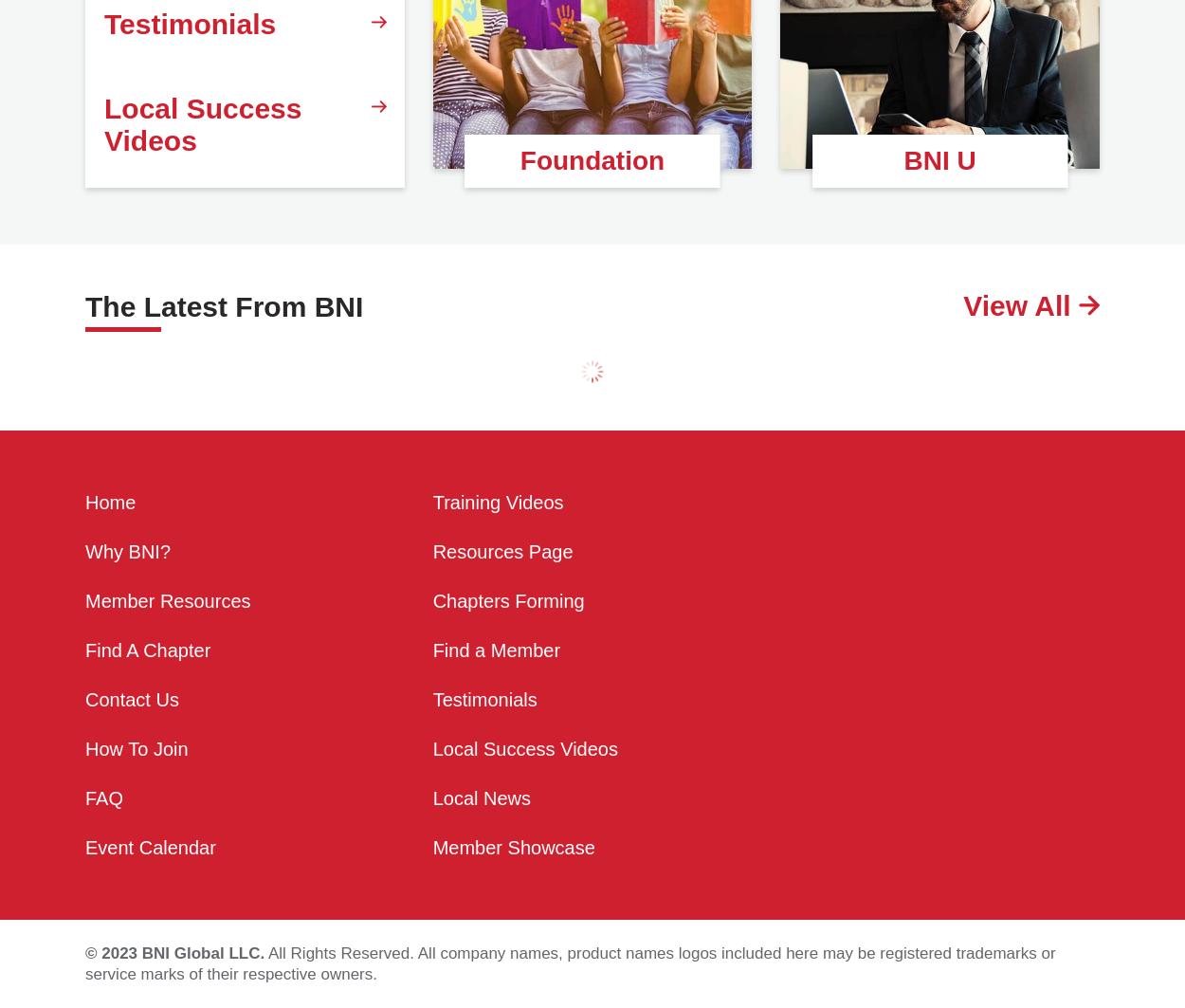  Describe the element at coordinates (345, 532) in the screenshot. I see `'Wed, 31 May 2023'` at that location.